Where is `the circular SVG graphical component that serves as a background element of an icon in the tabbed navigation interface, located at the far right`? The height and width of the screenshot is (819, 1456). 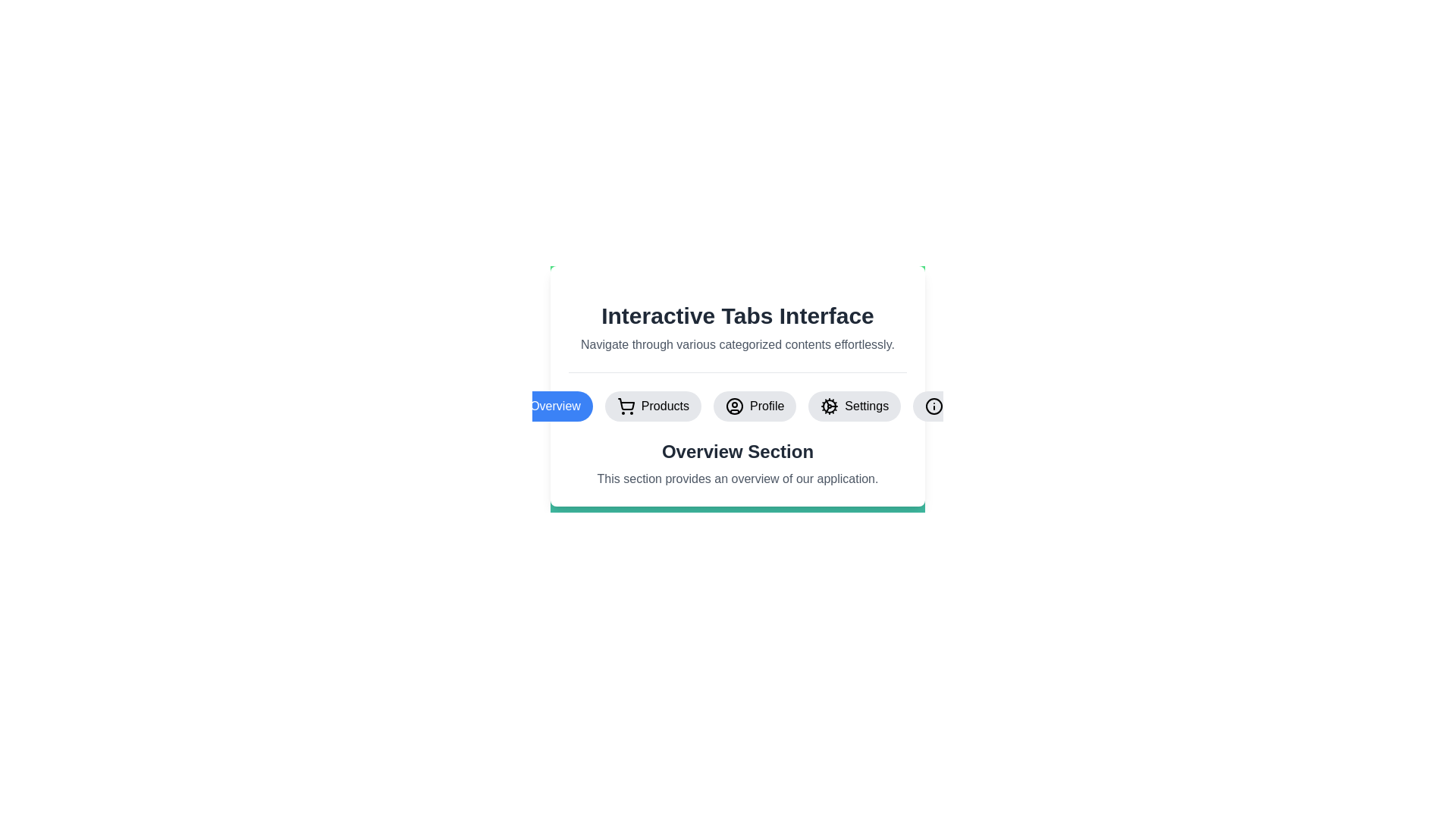 the circular SVG graphical component that serves as a background element of an icon in the tabbed navigation interface, located at the far right is located at coordinates (934, 406).